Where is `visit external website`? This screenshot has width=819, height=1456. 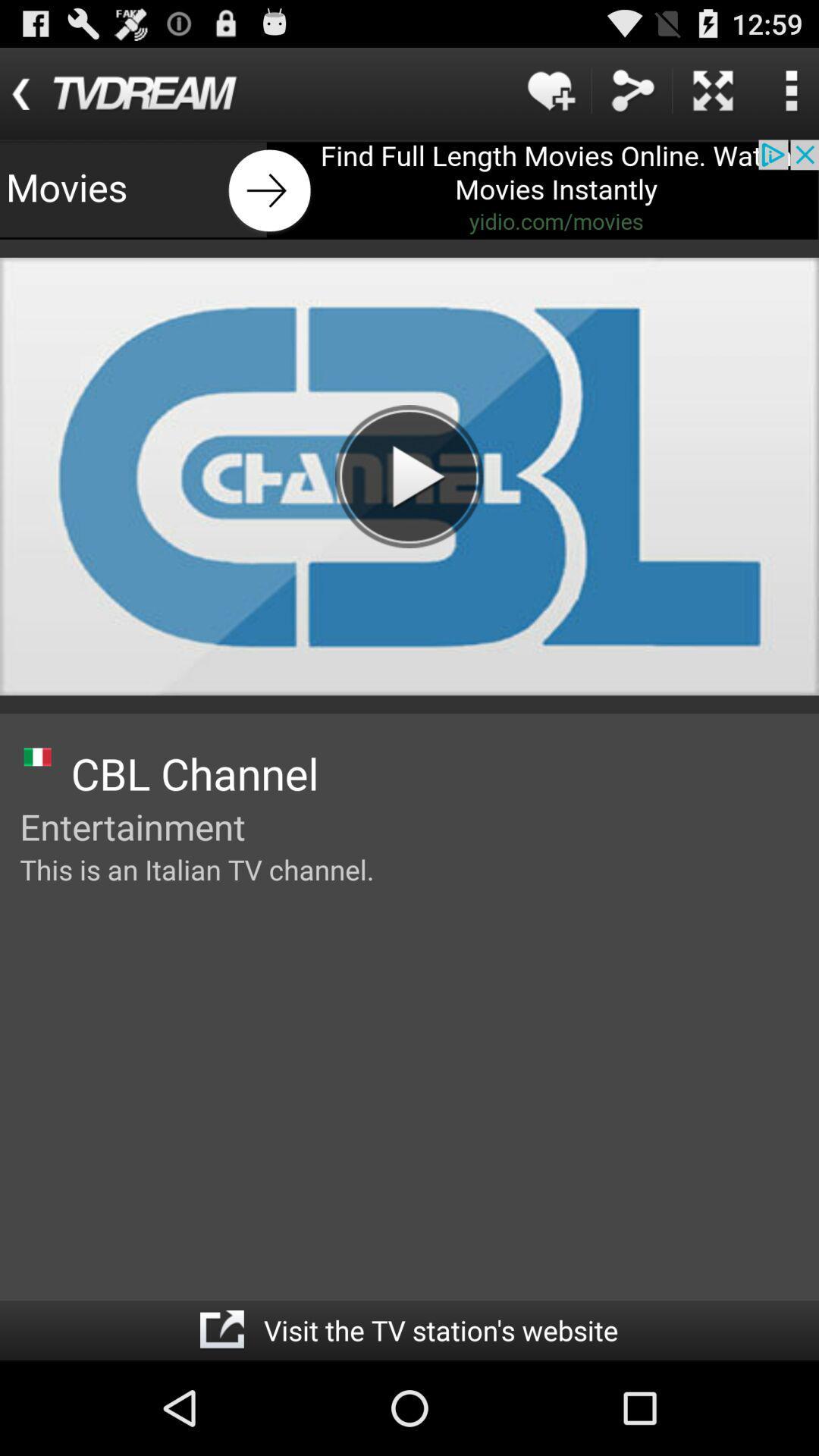
visit external website is located at coordinates (221, 1329).